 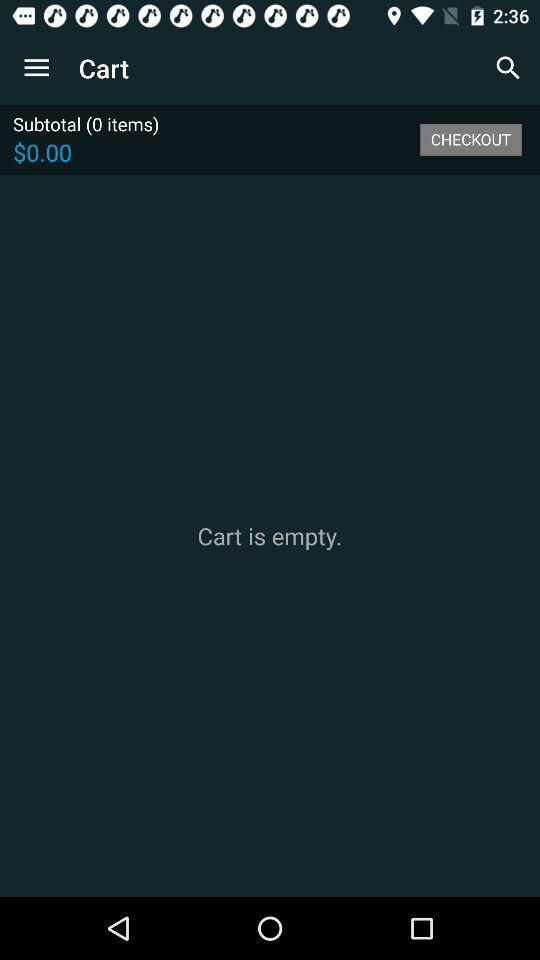 What do you see at coordinates (36, 68) in the screenshot?
I see `icon next to the cart app` at bounding box center [36, 68].